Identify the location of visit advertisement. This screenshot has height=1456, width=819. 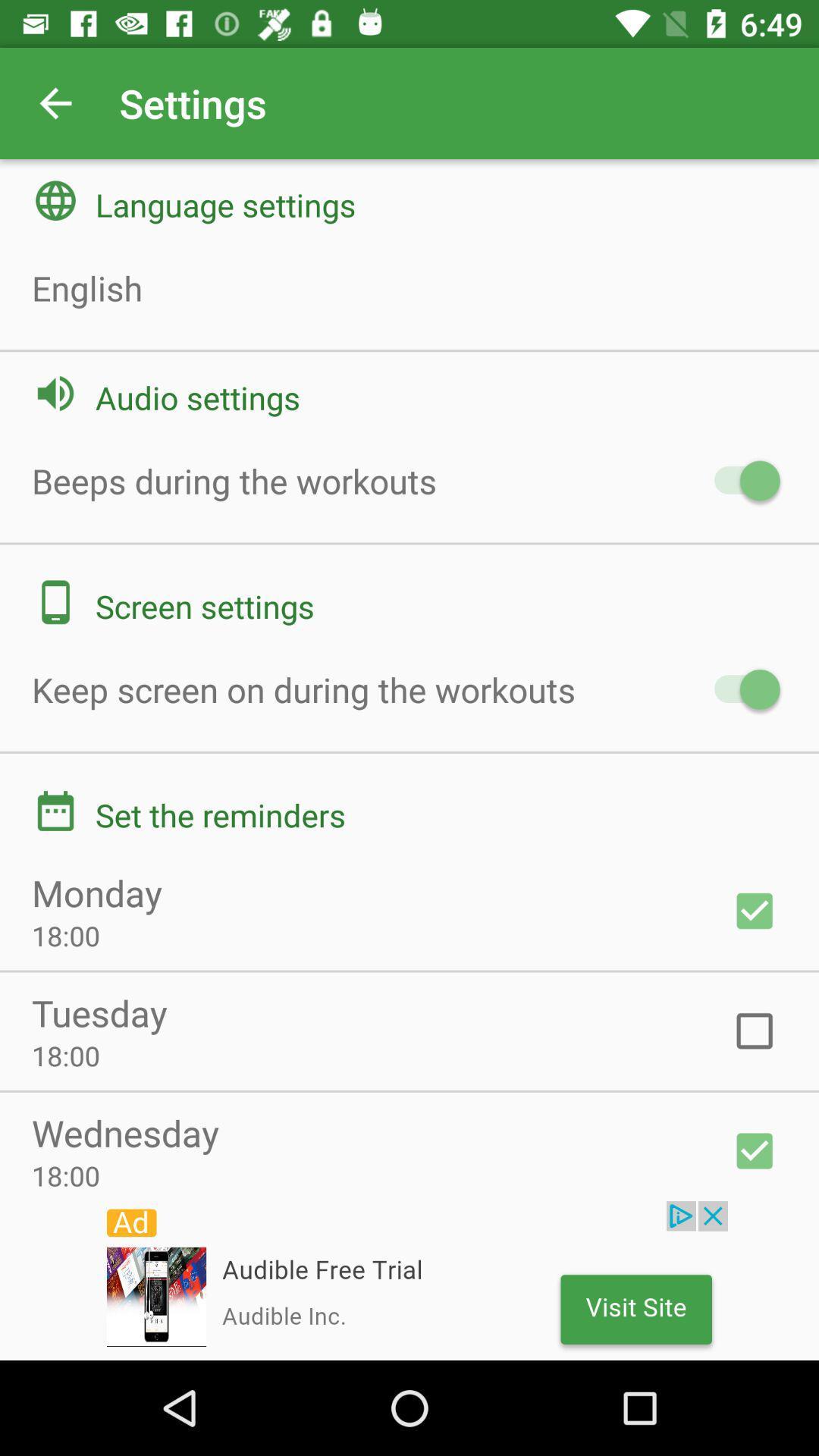
(409, 1280).